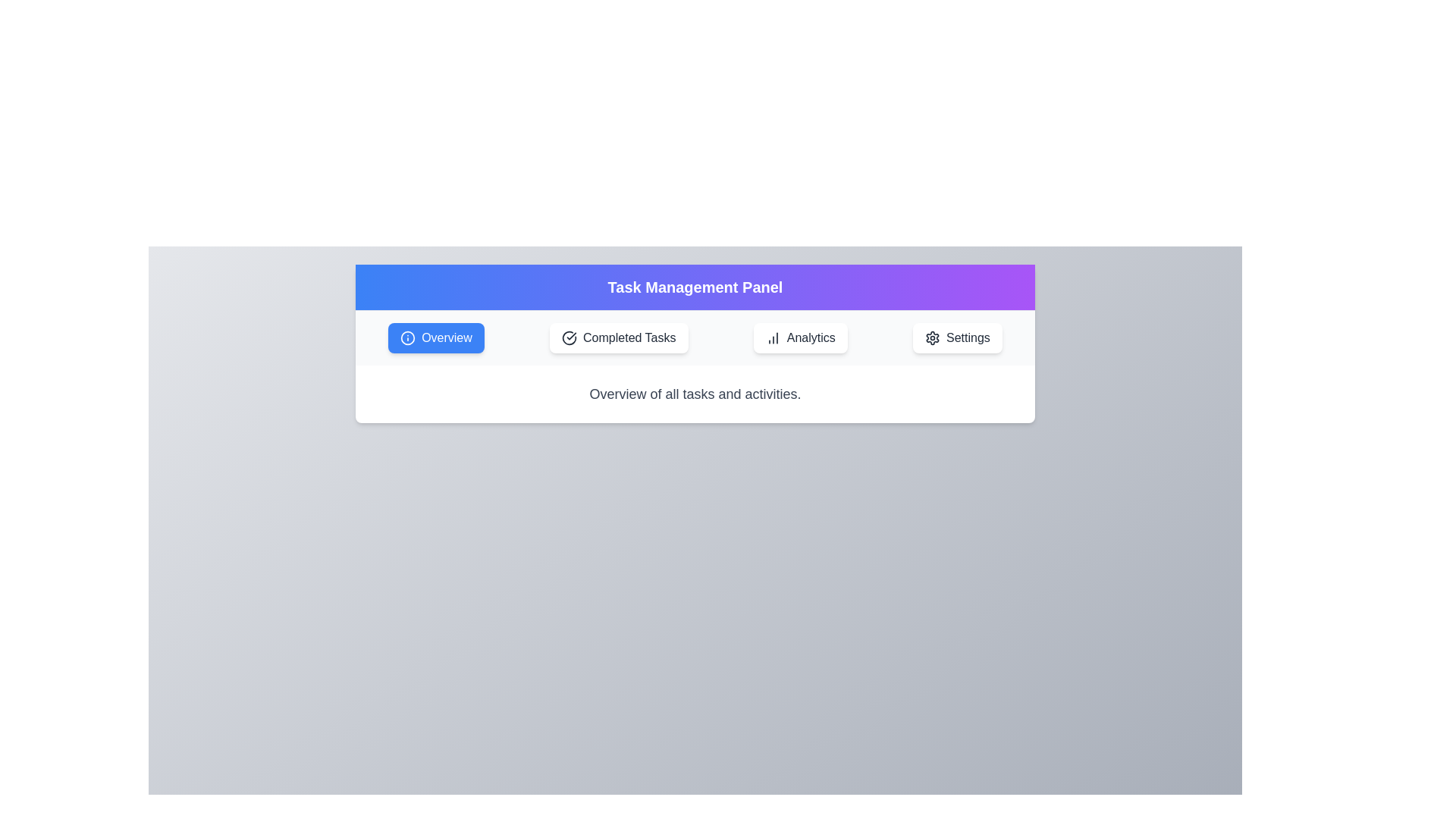 The height and width of the screenshot is (819, 1456). What do you see at coordinates (435, 337) in the screenshot?
I see `the 'Overview' button located at the top-center of the view, which is the leftmost button in the horizontal menu bar, to observe the scaling animation effect` at bounding box center [435, 337].